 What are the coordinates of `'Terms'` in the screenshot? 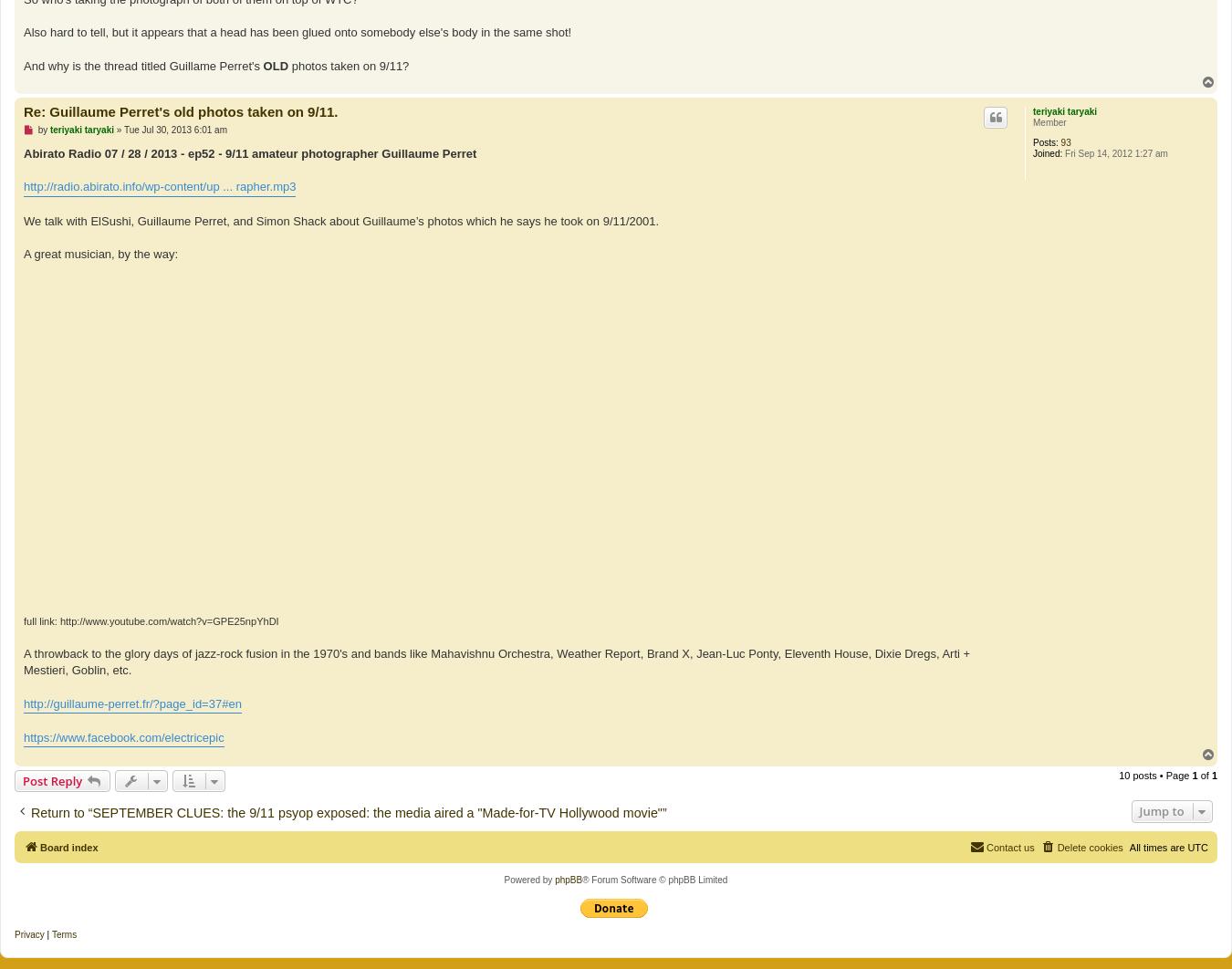 It's located at (63, 933).